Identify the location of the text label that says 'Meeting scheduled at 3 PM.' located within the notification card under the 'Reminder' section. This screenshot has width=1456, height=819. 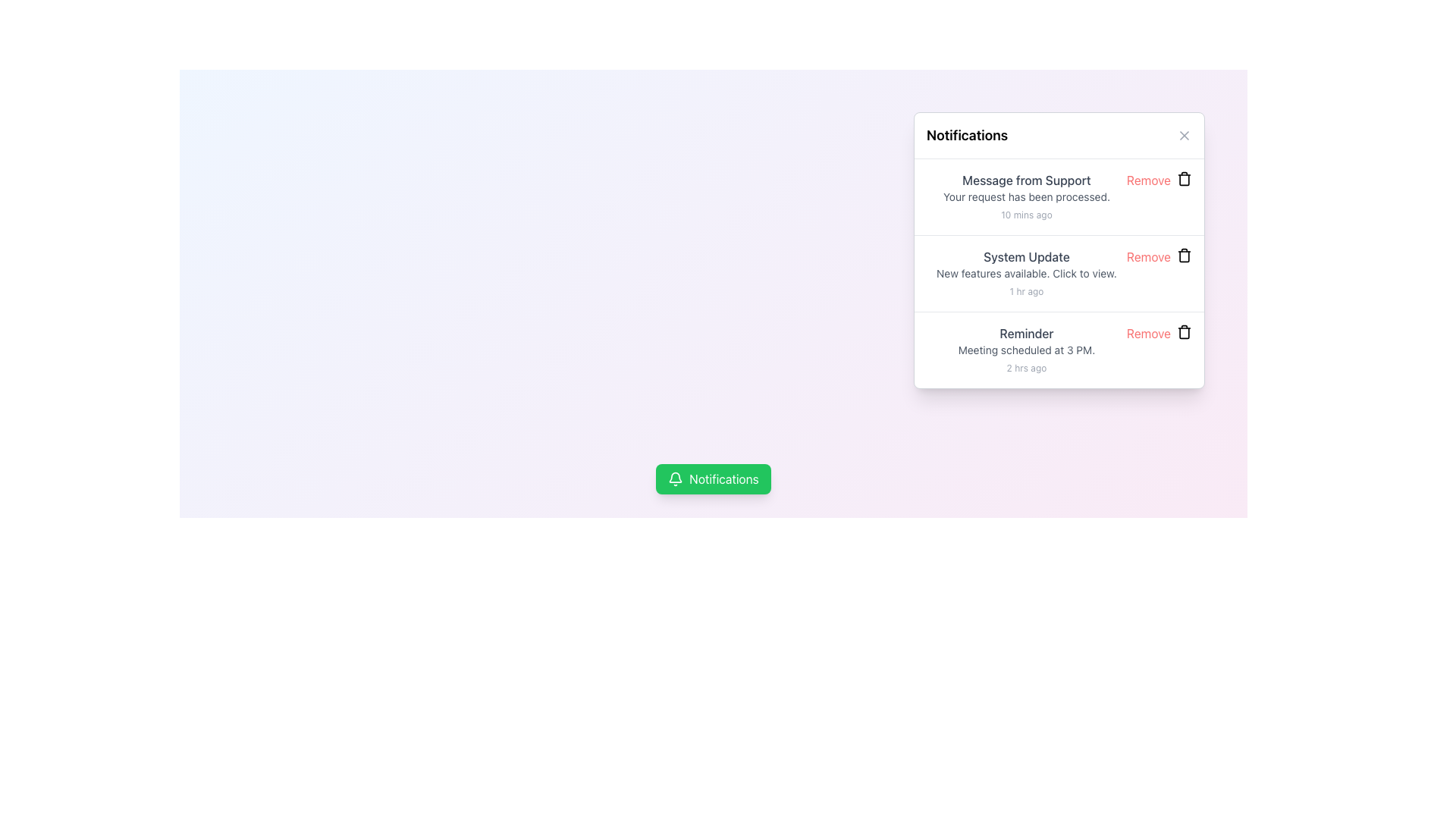
(1026, 350).